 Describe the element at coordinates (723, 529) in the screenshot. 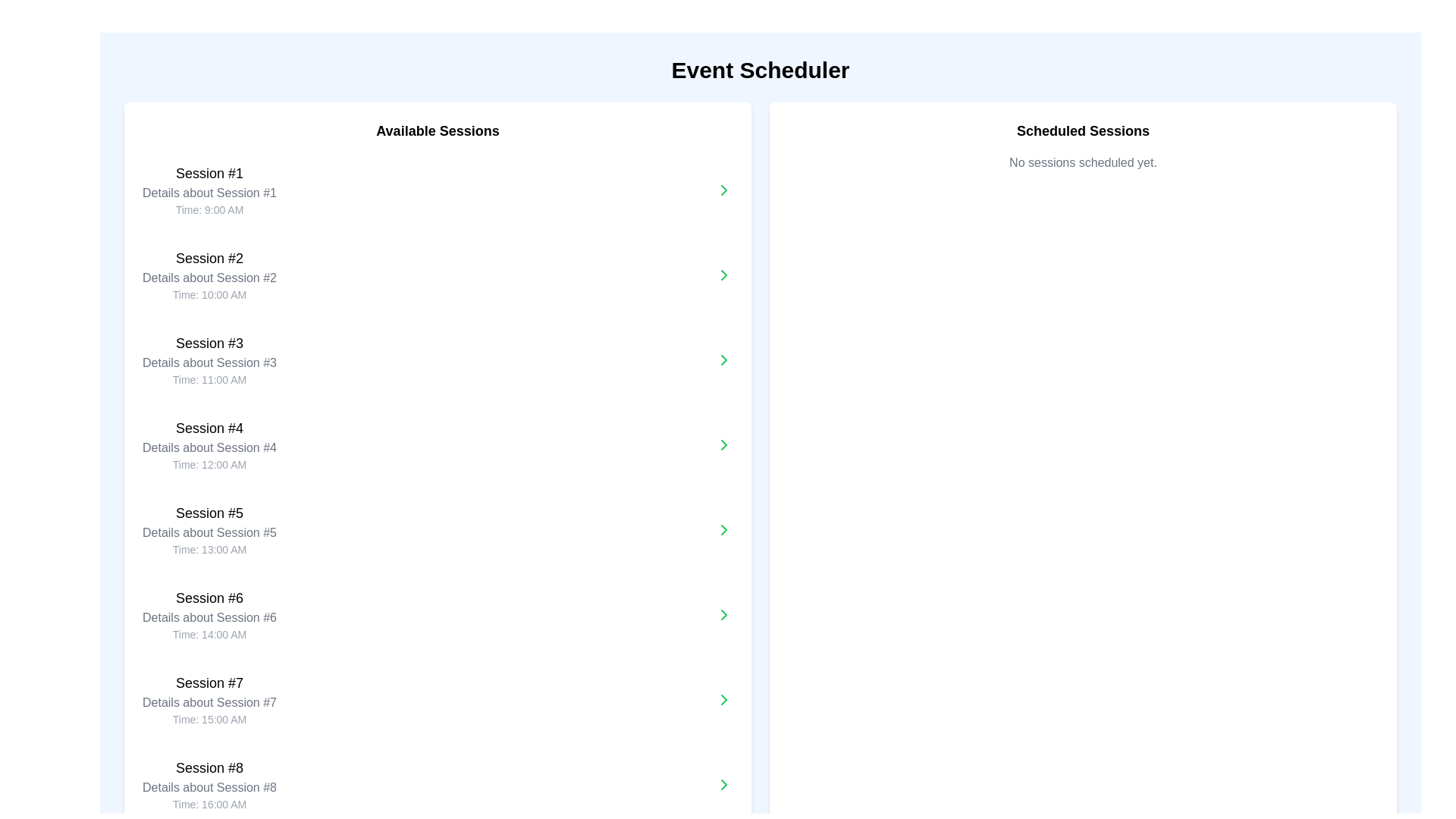

I see `the rightward arrow icon in green color with a bold stroke, located in the 'Available Sessions' section, adjacent to 'Session #5' details` at that location.